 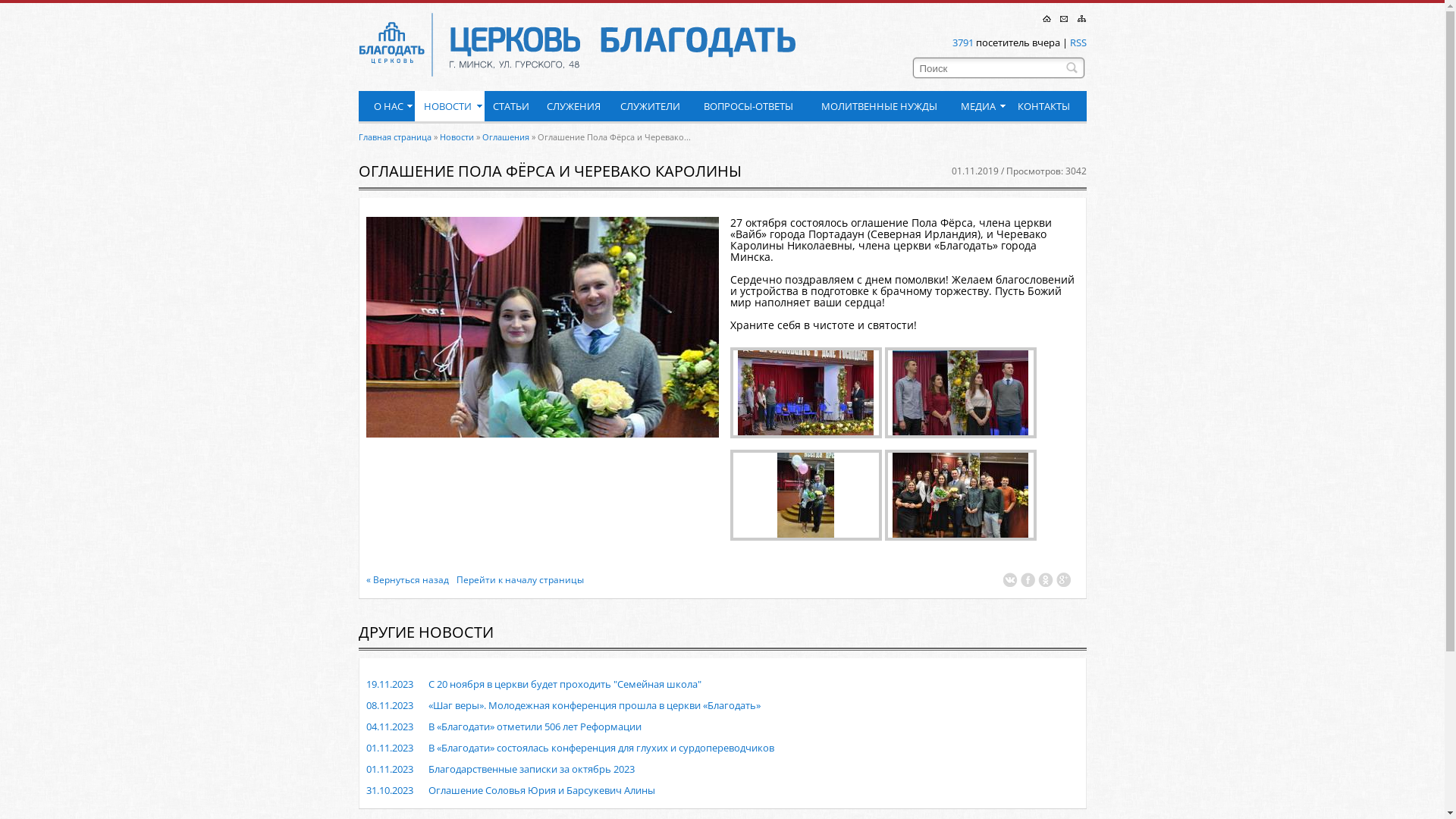 I want to click on 'RSS', so click(x=1076, y=42).